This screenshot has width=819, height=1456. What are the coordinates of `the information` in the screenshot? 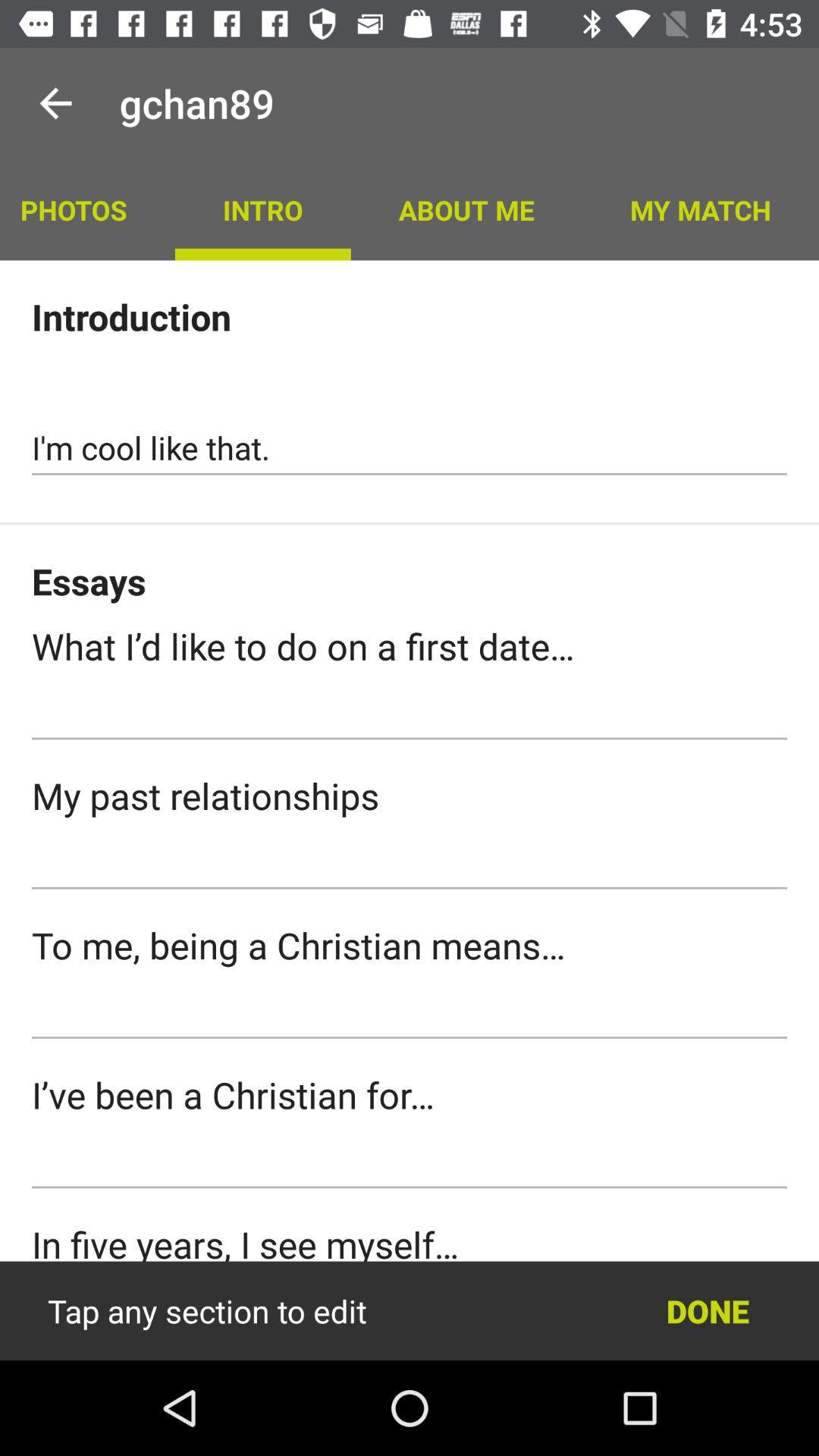 It's located at (409, 1310).